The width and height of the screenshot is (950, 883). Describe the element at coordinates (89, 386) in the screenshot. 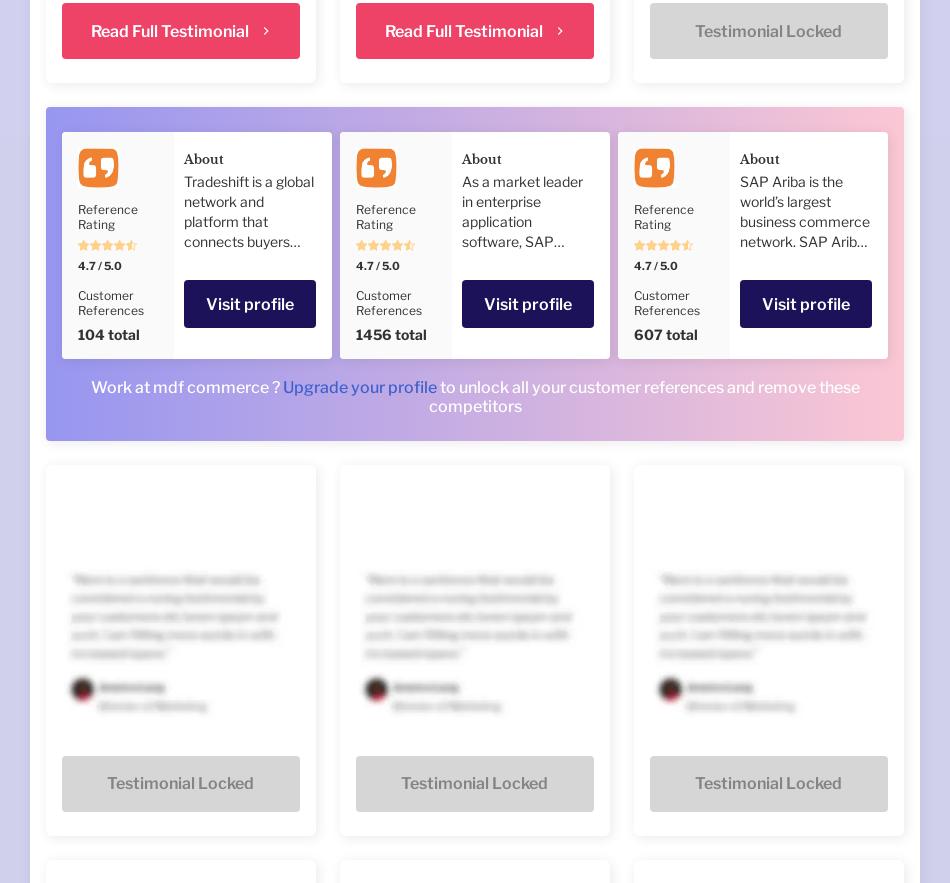

I see `'Work at mdf commerce ?'` at that location.